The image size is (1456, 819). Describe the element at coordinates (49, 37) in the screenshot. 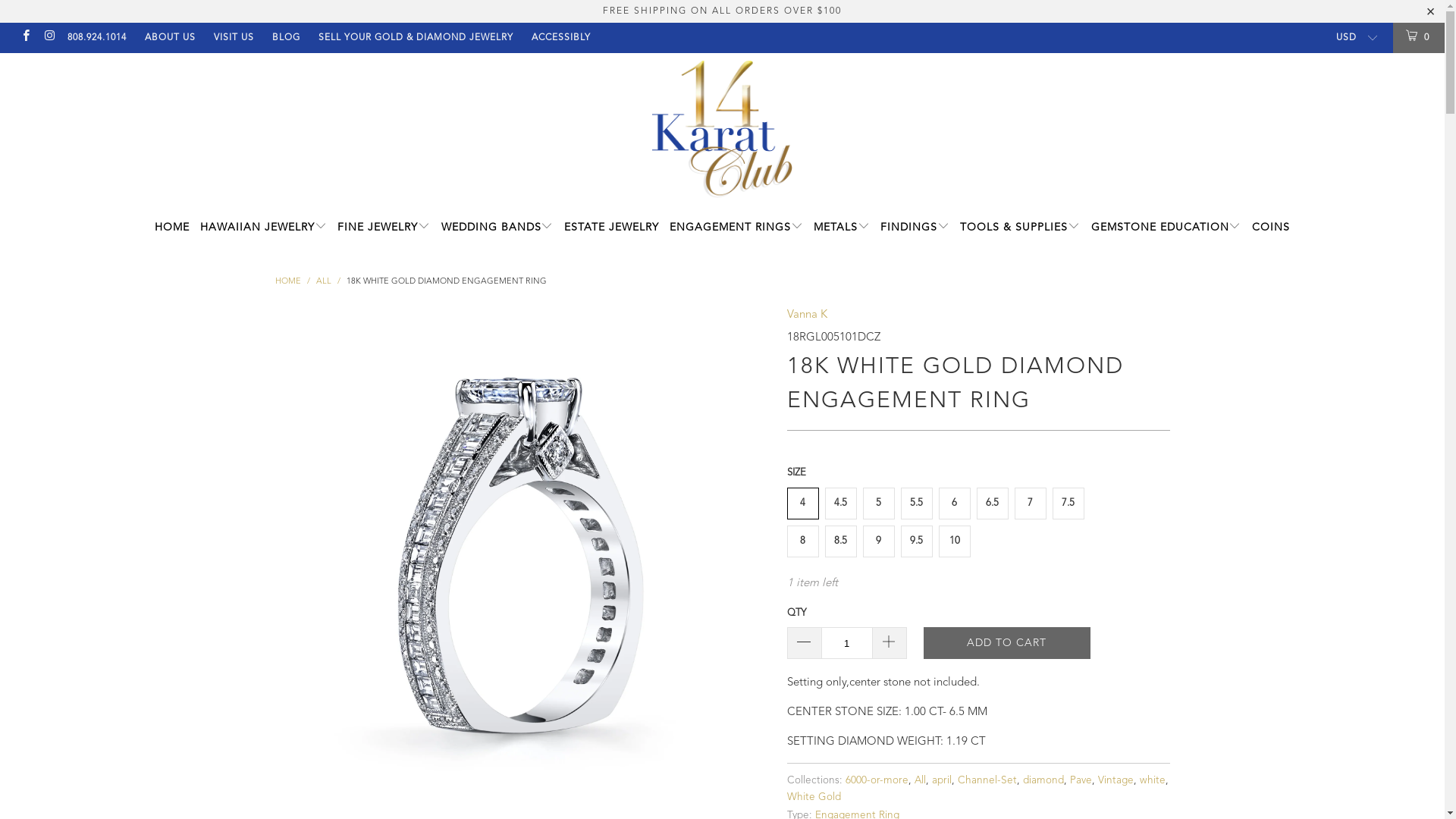

I see `'14 Karat Club on Instagram'` at that location.